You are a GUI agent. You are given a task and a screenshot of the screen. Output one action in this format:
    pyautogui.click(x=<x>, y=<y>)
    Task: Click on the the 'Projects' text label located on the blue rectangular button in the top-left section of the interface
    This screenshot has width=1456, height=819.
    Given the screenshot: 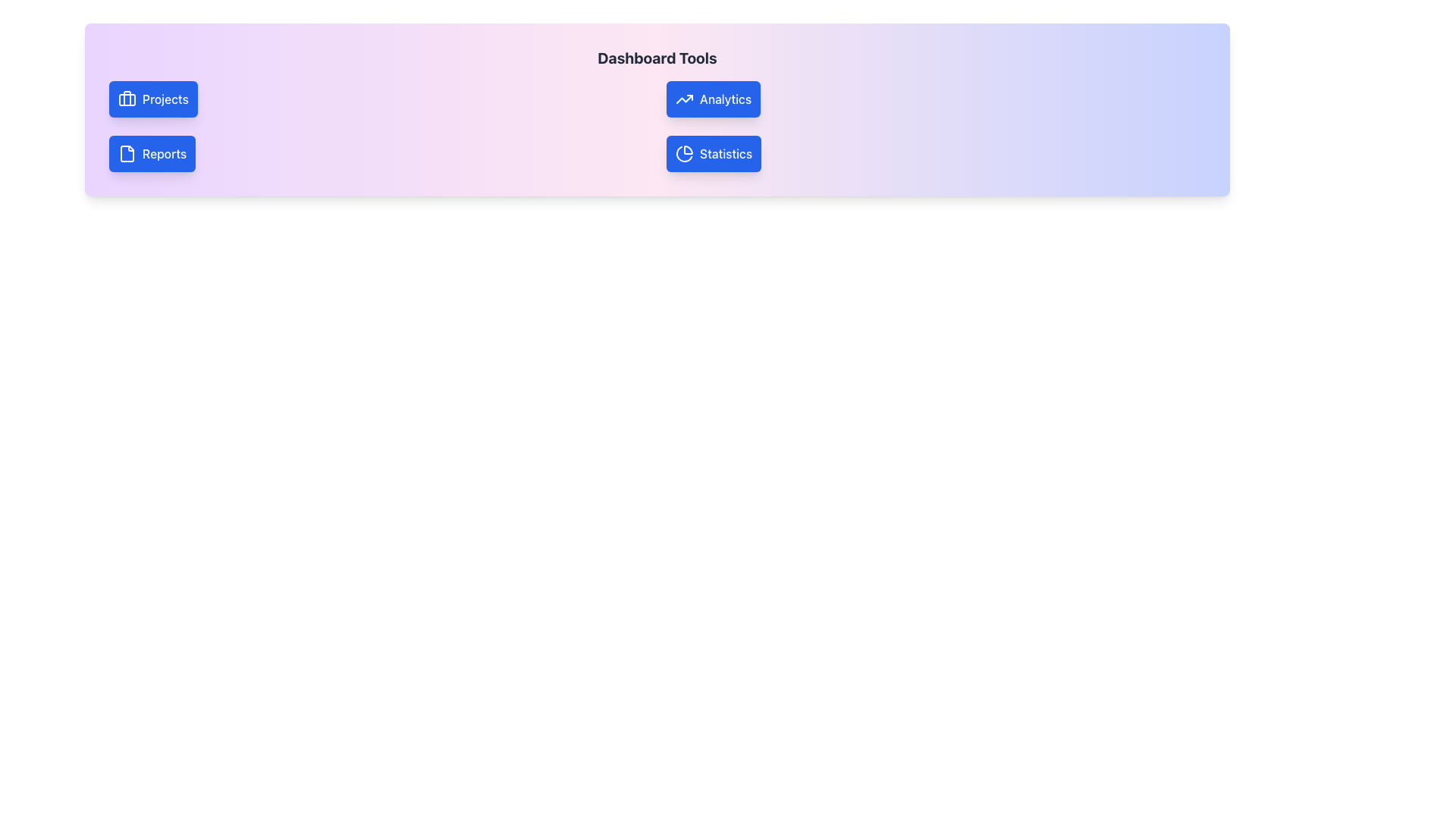 What is the action you would take?
    pyautogui.click(x=165, y=99)
    